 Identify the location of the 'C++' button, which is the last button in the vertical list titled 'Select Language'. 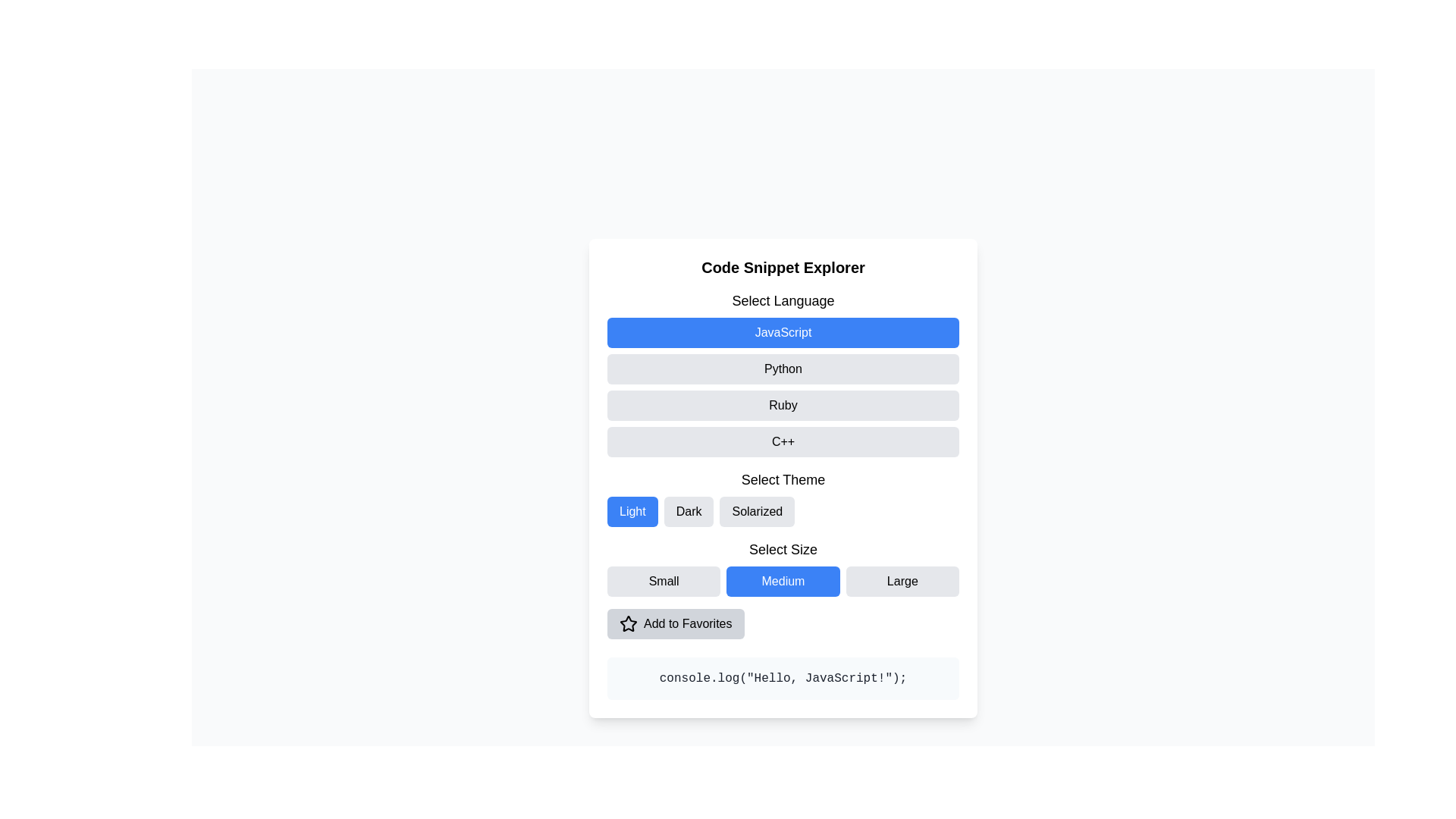
(783, 441).